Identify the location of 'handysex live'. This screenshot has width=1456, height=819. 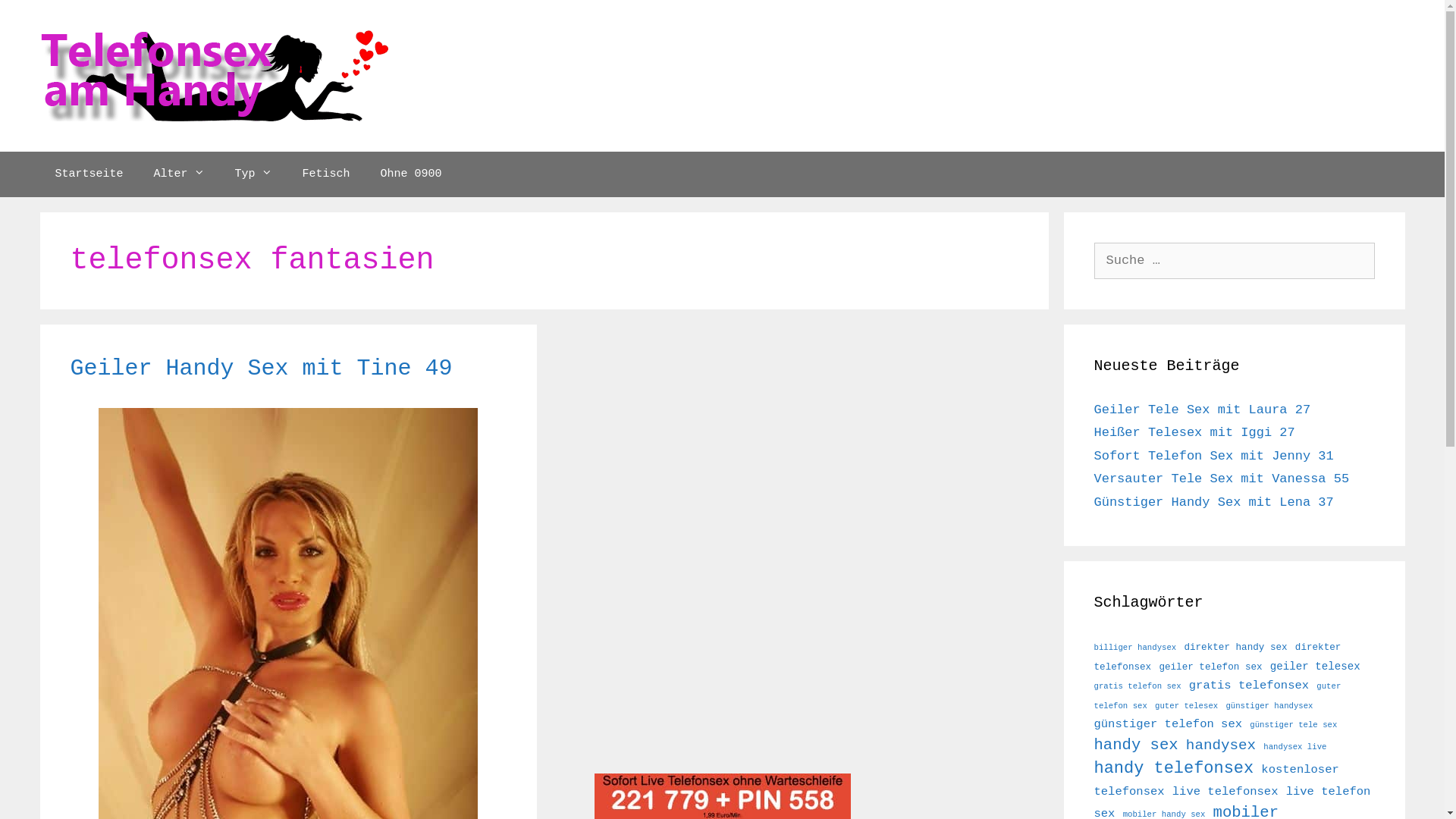
(1294, 745).